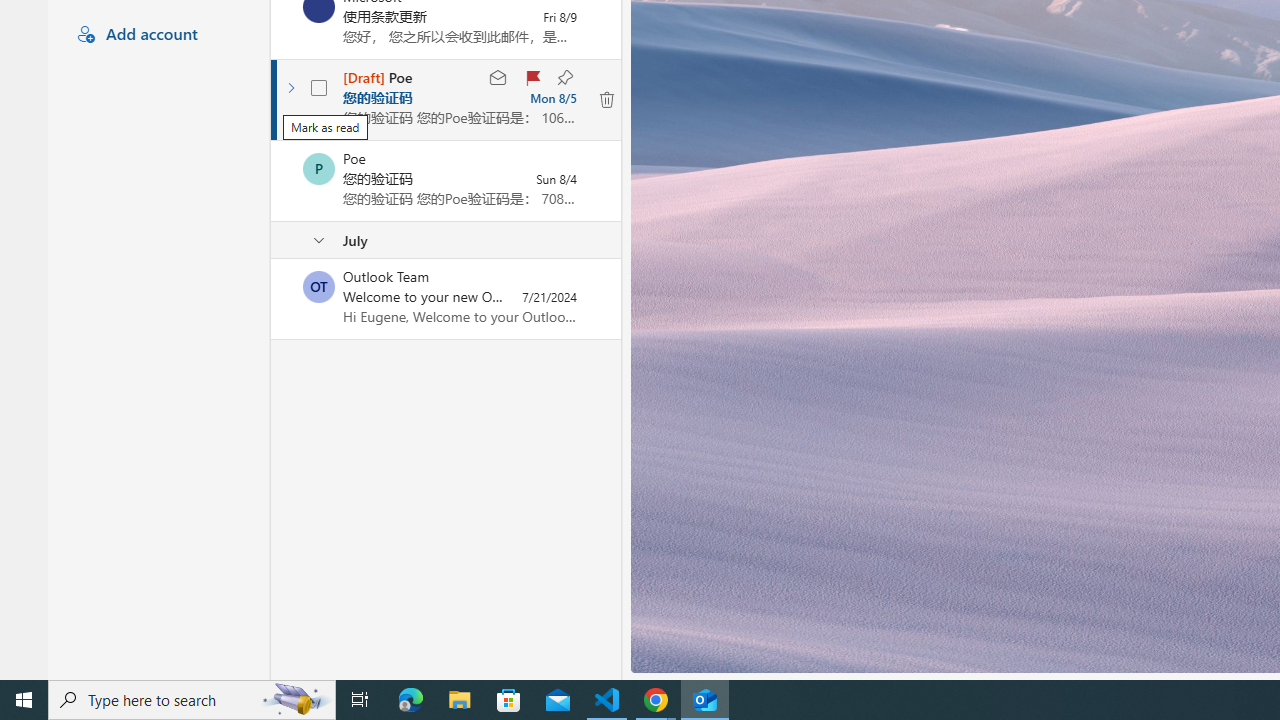 The image size is (1280, 720). What do you see at coordinates (564, 77) in the screenshot?
I see `'Keep this message at the top of your folder'` at bounding box center [564, 77].